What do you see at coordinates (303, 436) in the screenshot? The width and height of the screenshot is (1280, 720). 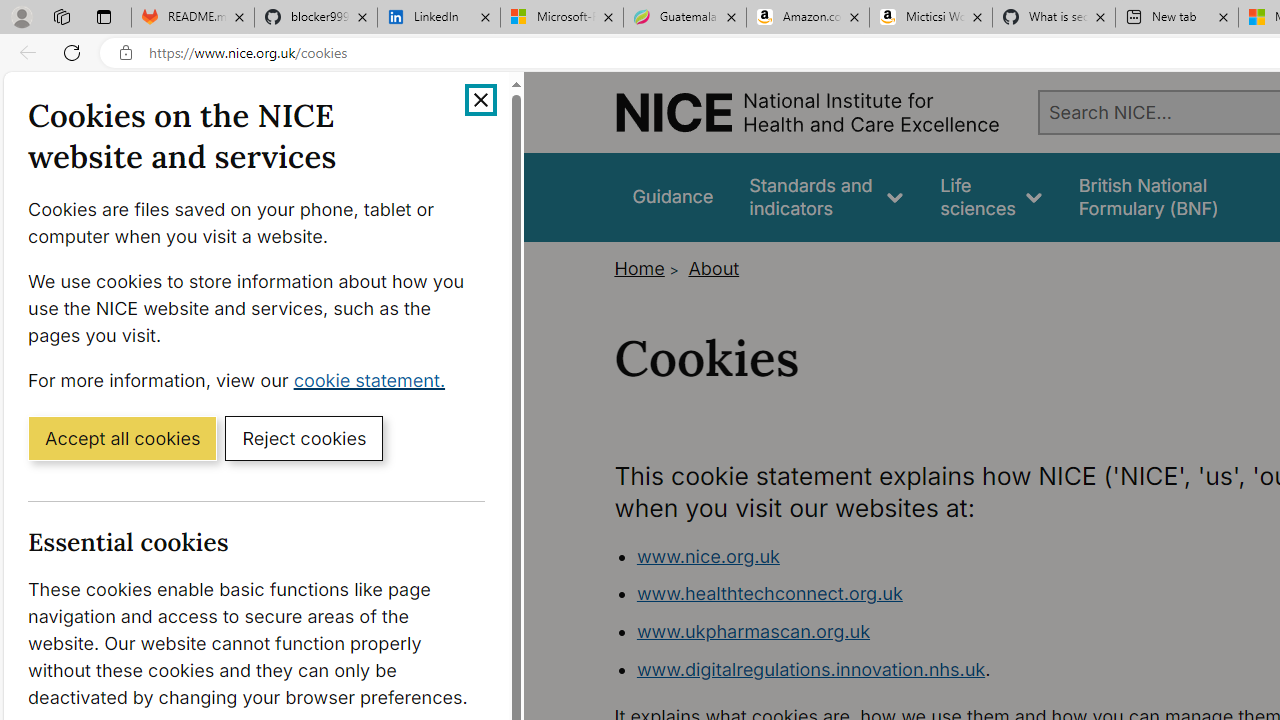 I see `'Reject cookies'` at bounding box center [303, 436].